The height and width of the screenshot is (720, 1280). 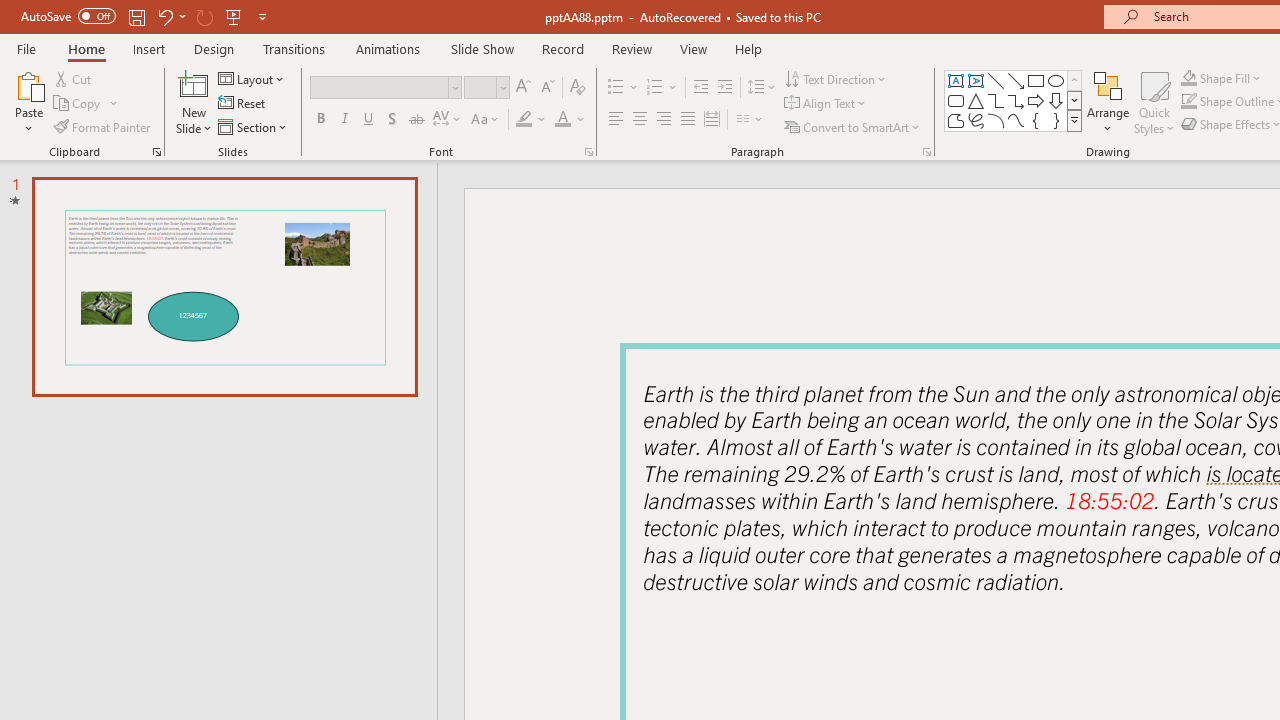 I want to click on 'Shape Outline Teal, Accent 1', so click(x=1189, y=101).